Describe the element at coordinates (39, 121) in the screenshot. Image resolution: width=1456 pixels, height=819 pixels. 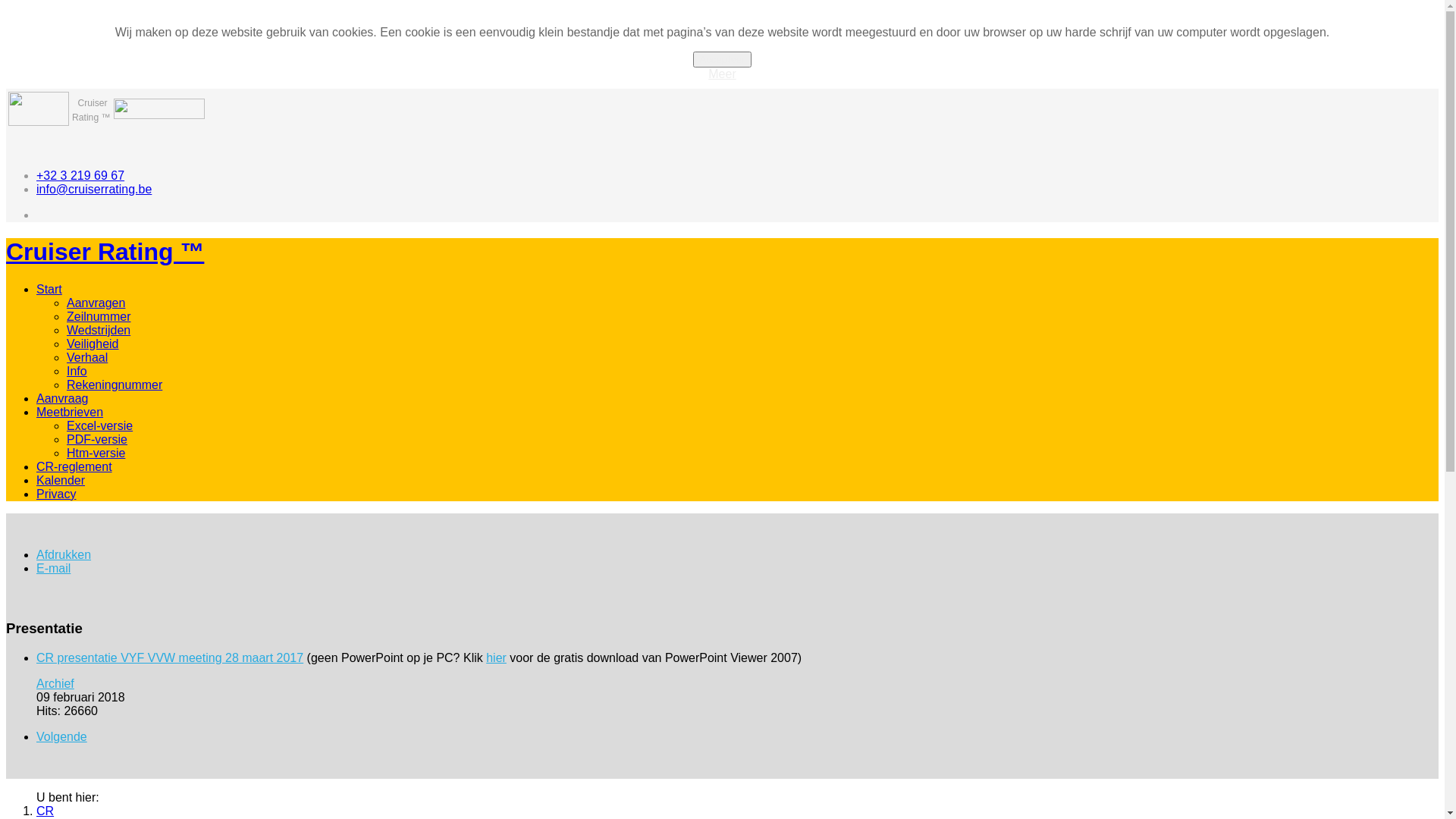
I see `'VVW-Recrea vzw'` at that location.